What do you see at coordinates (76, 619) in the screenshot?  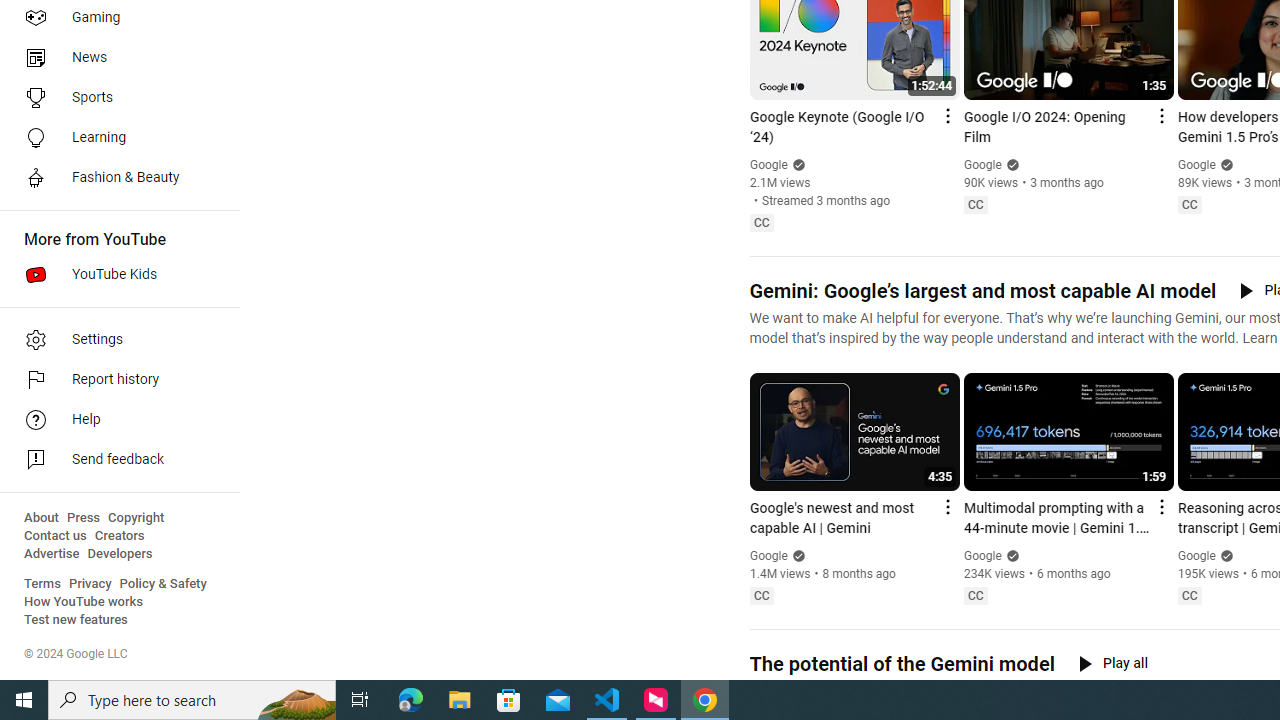 I see `'Test new features'` at bounding box center [76, 619].